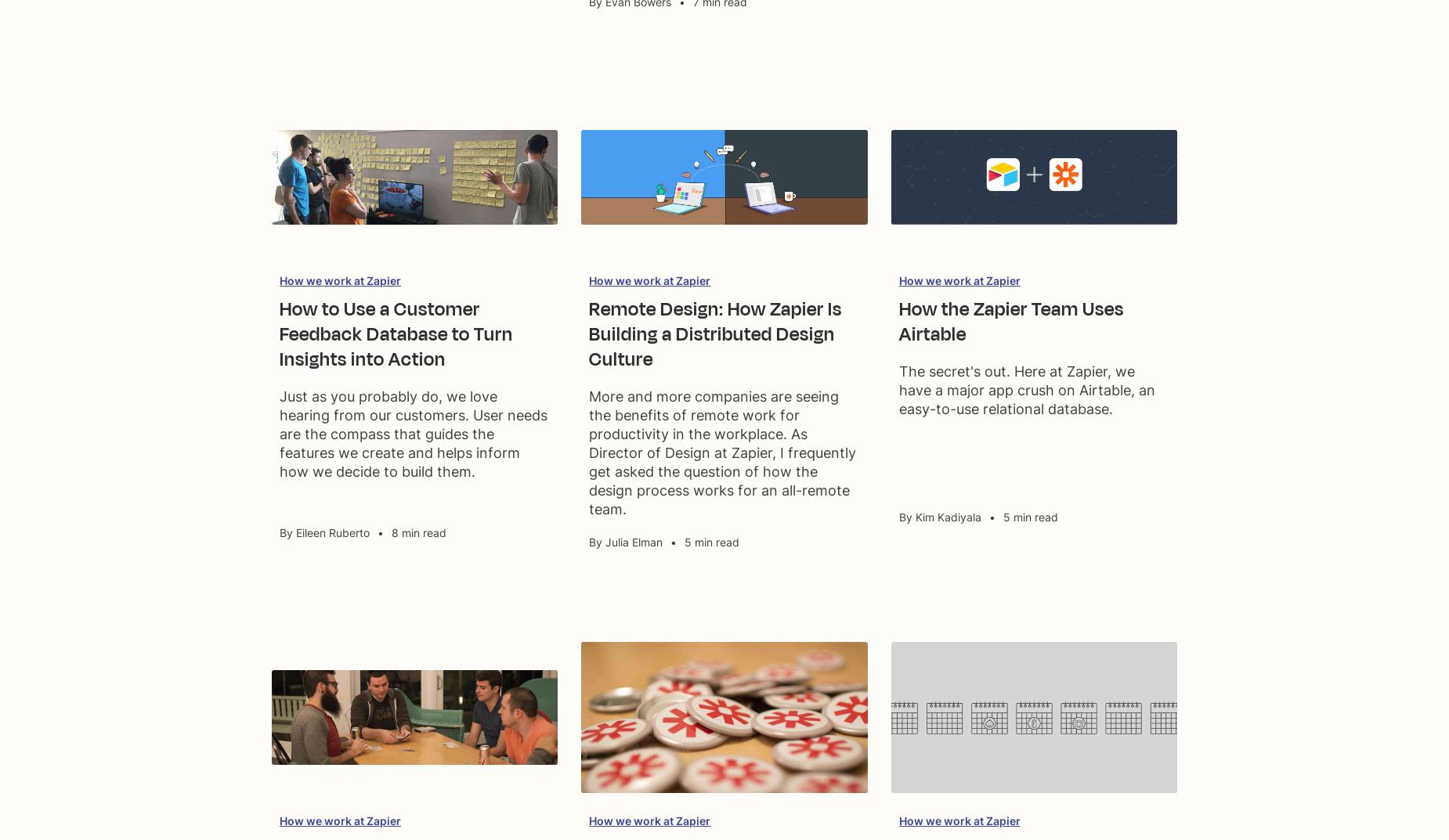  What do you see at coordinates (419, 532) in the screenshot?
I see `'8 min read'` at bounding box center [419, 532].